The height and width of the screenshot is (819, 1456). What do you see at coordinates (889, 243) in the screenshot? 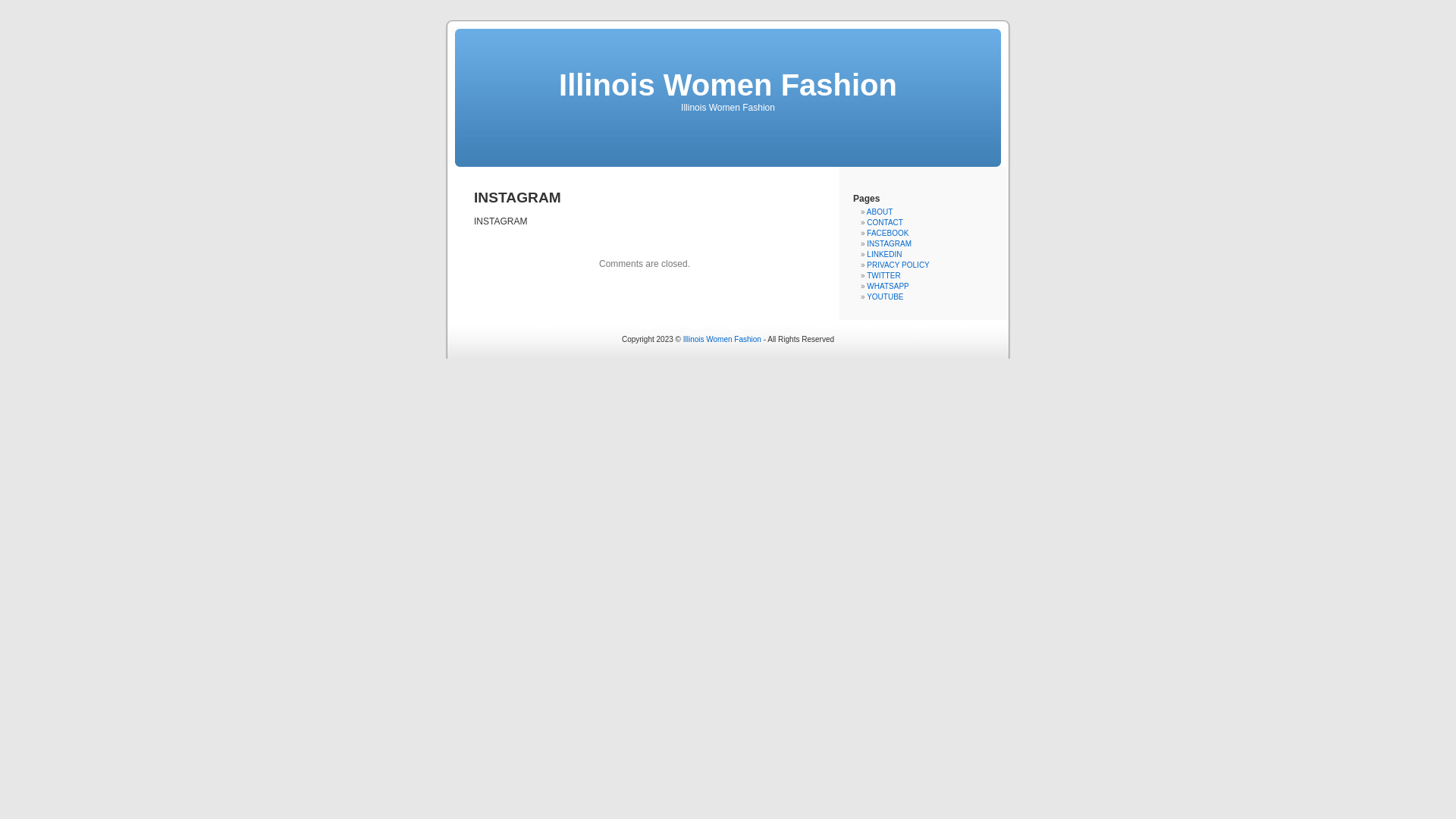
I see `'INSTAGRAM'` at bounding box center [889, 243].